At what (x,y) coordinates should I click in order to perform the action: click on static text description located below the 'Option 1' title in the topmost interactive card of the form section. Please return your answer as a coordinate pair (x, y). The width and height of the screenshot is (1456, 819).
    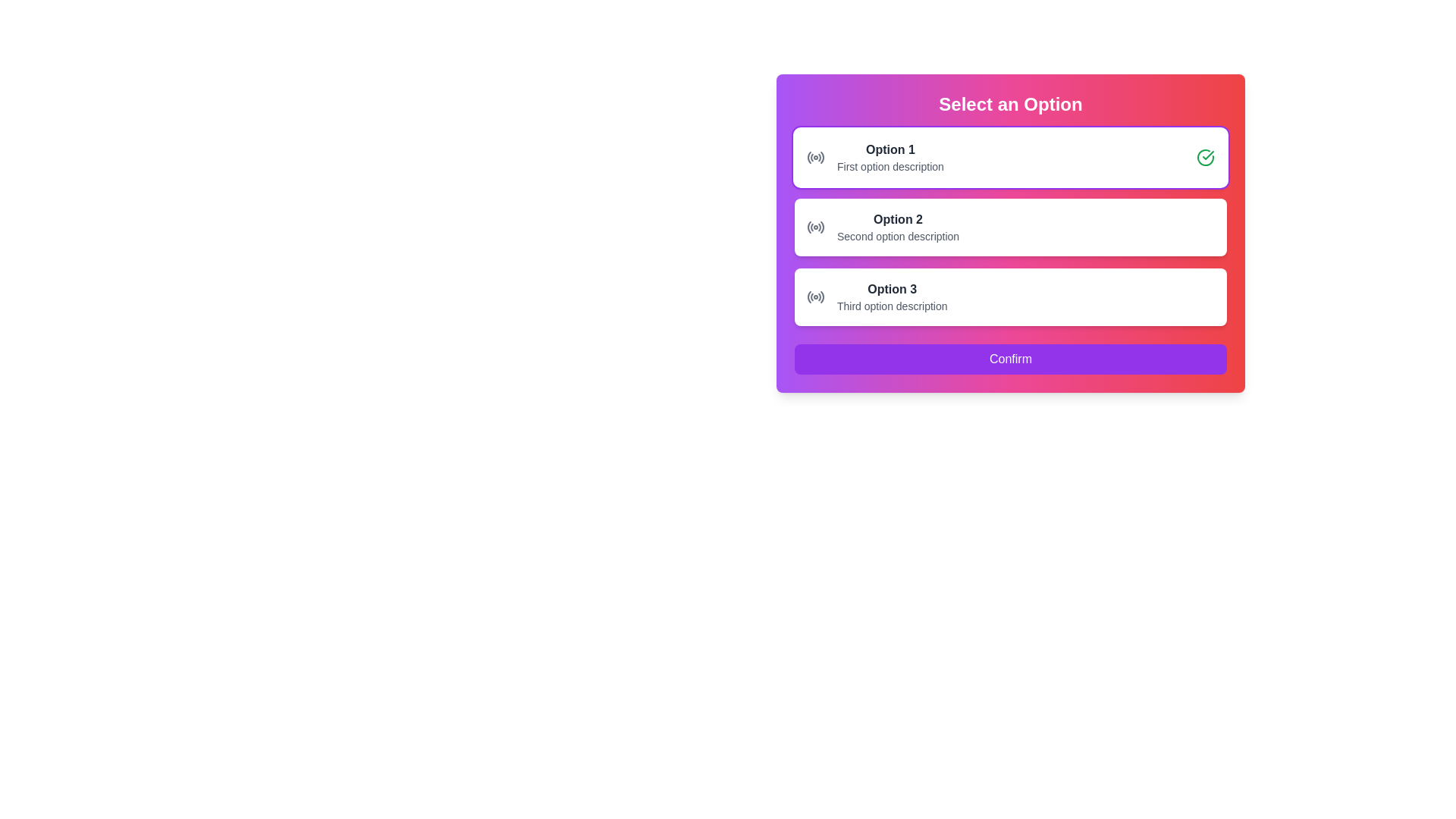
    Looking at the image, I should click on (890, 166).